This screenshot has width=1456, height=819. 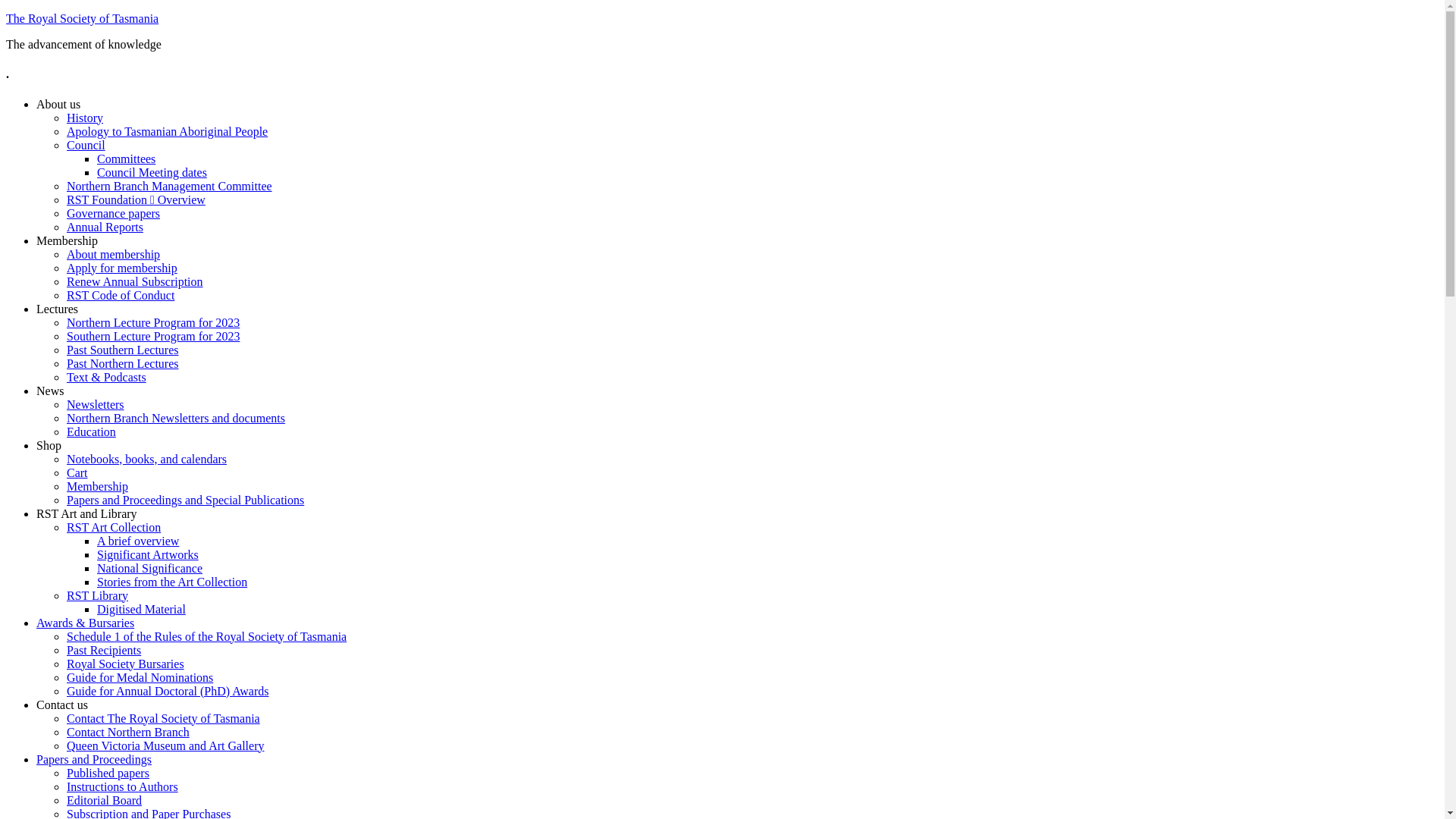 What do you see at coordinates (112, 253) in the screenshot?
I see `'About membership'` at bounding box center [112, 253].